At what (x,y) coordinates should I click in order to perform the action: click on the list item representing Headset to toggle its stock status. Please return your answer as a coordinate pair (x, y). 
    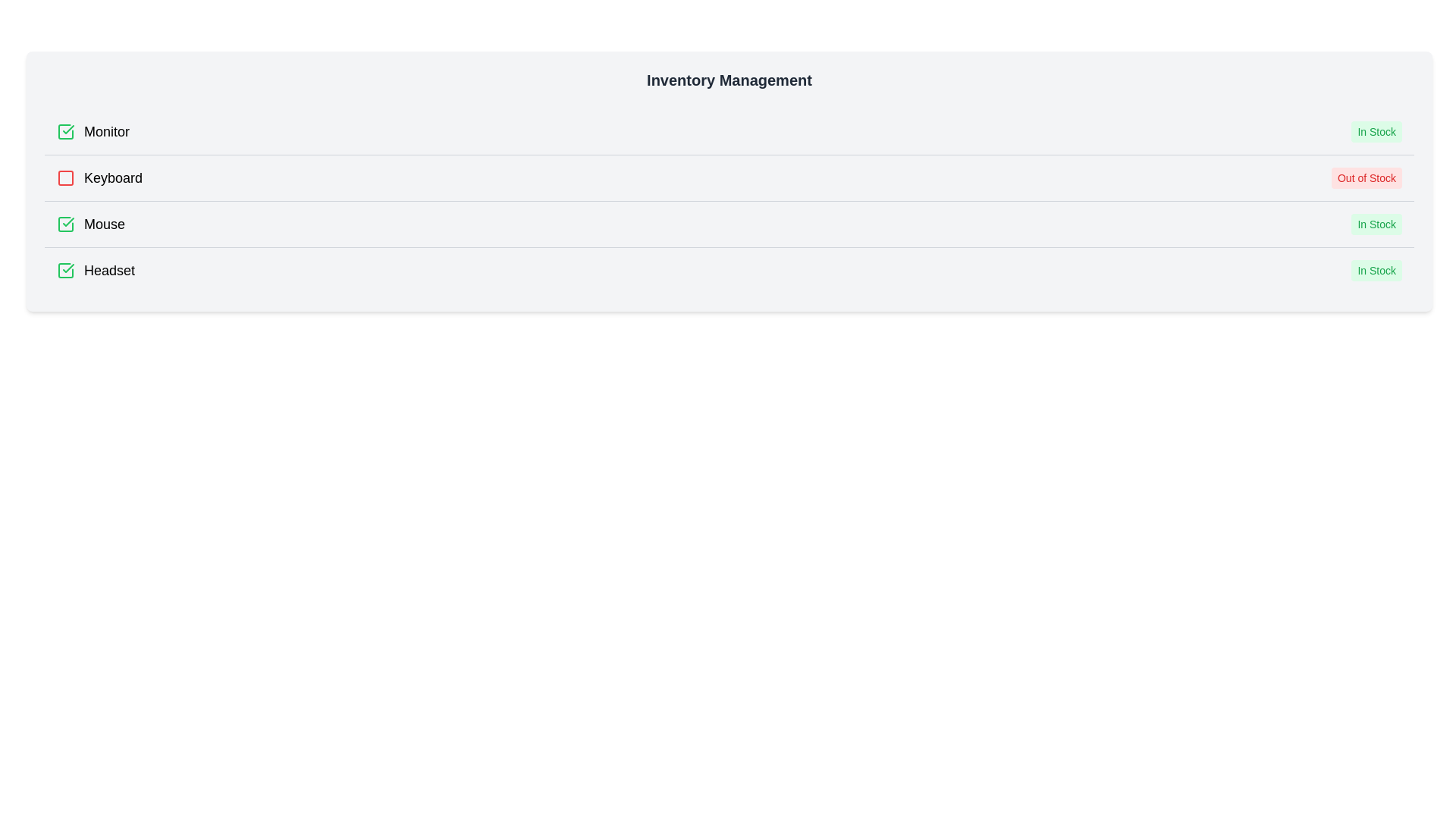
    Looking at the image, I should click on (729, 269).